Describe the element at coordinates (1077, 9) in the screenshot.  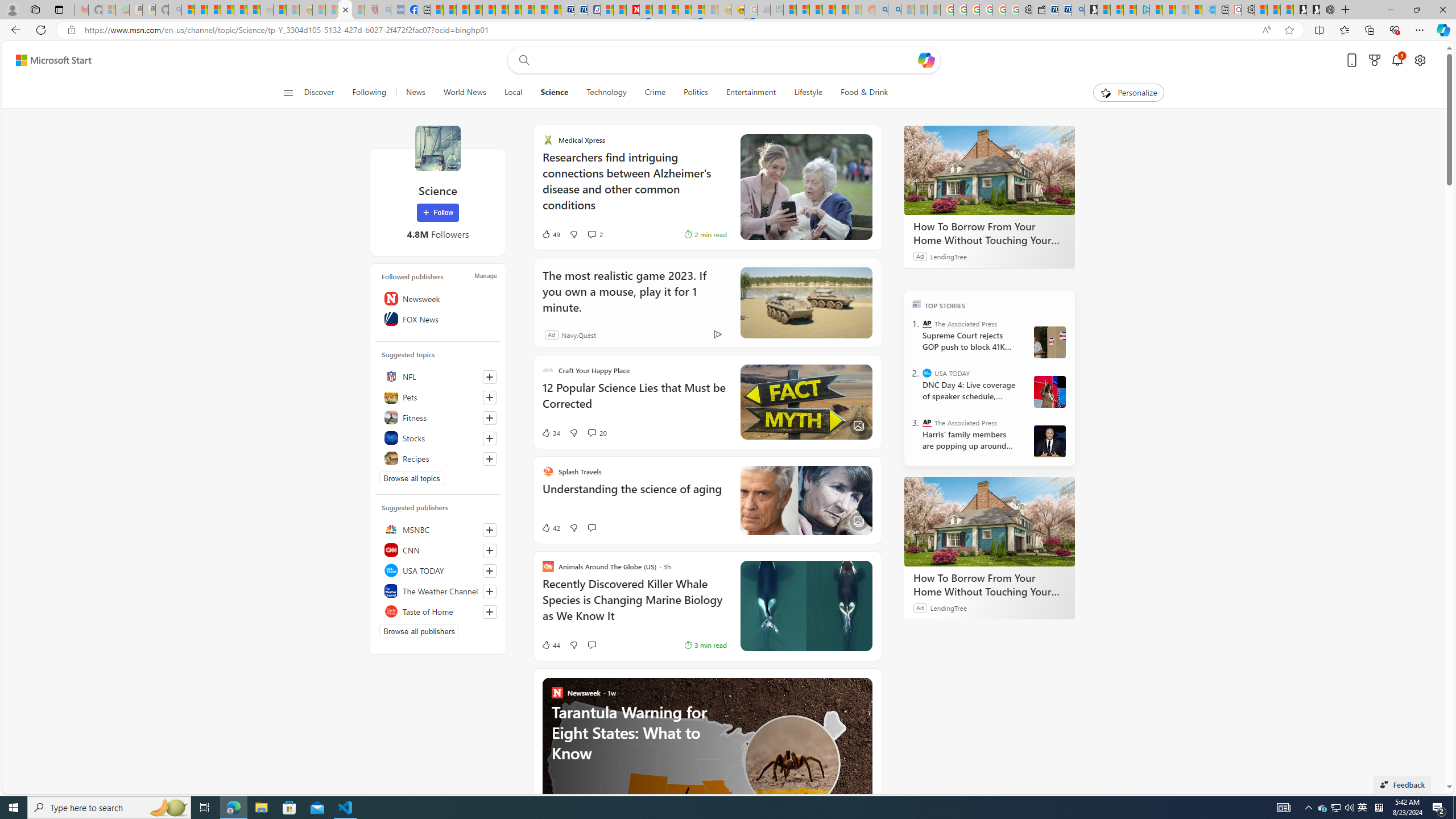
I see `'Bing Real Estate - Home sales and rental listings'` at that location.